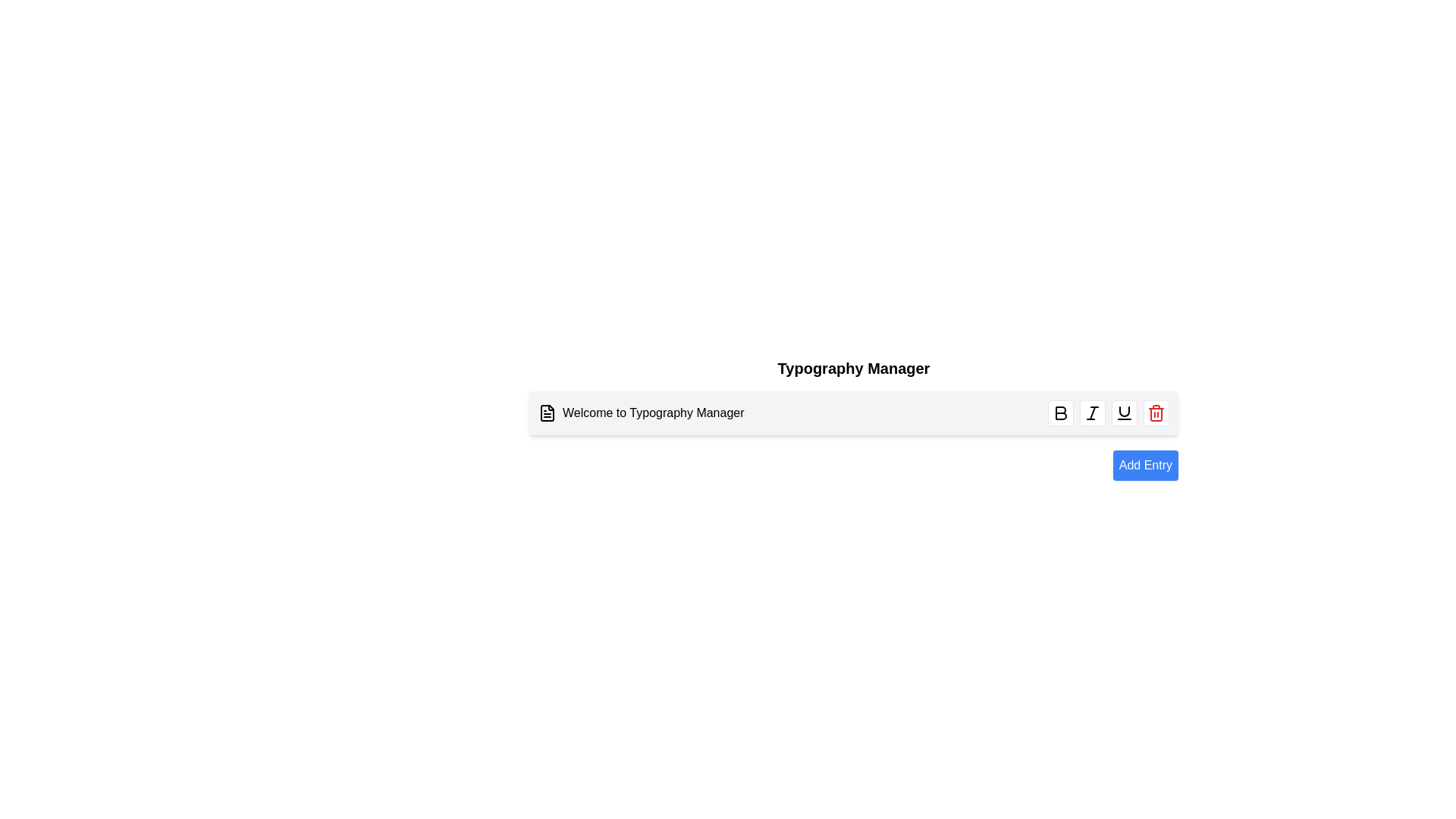 This screenshot has height=819, width=1456. What do you see at coordinates (1156, 413) in the screenshot?
I see `the red trash can icon button located at the end of the row of interactive buttons` at bounding box center [1156, 413].